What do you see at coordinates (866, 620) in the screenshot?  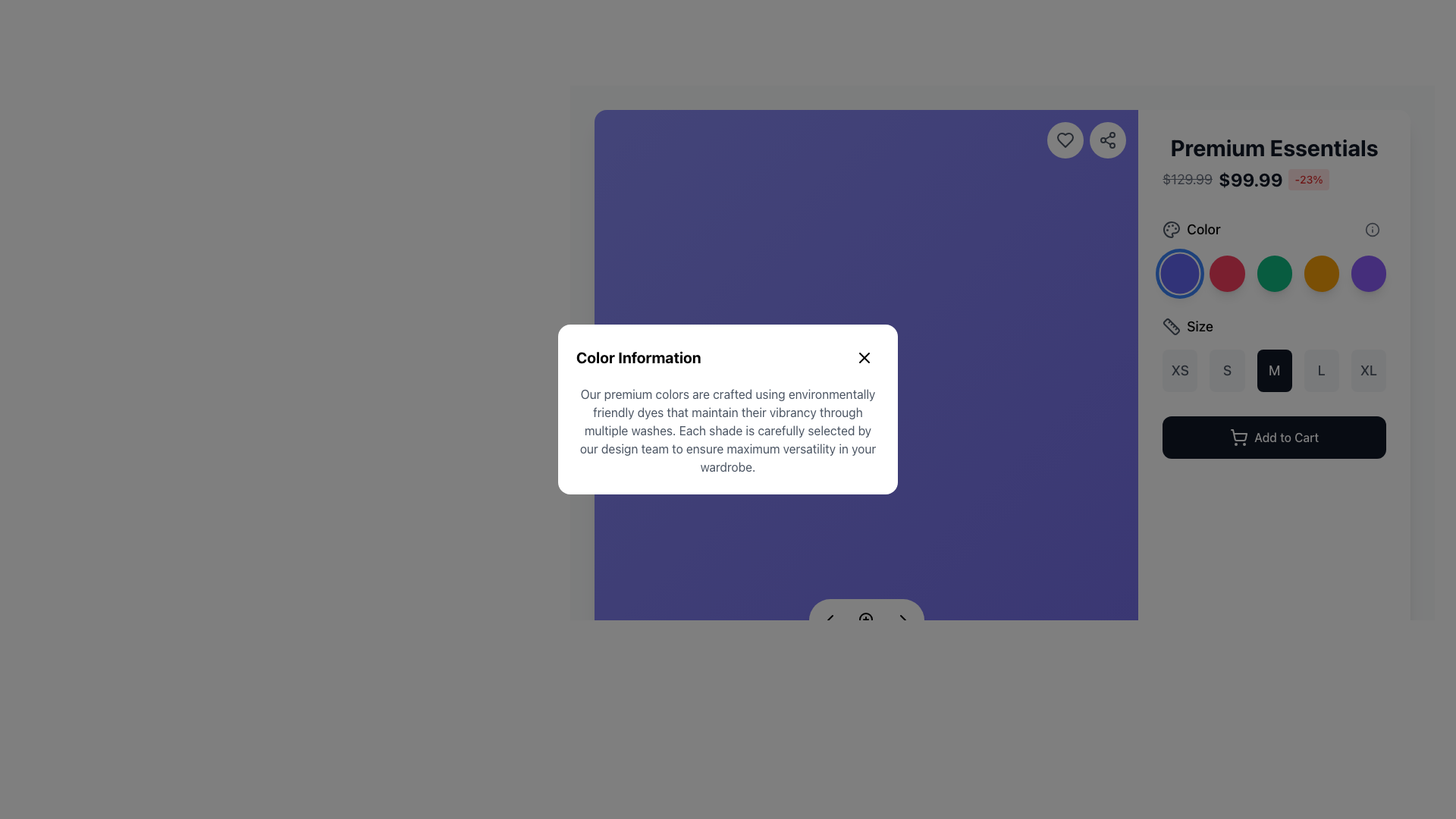 I see `the zoom-in SVG icon located at the bottom center of the interface, which is part of a circular button control` at bounding box center [866, 620].